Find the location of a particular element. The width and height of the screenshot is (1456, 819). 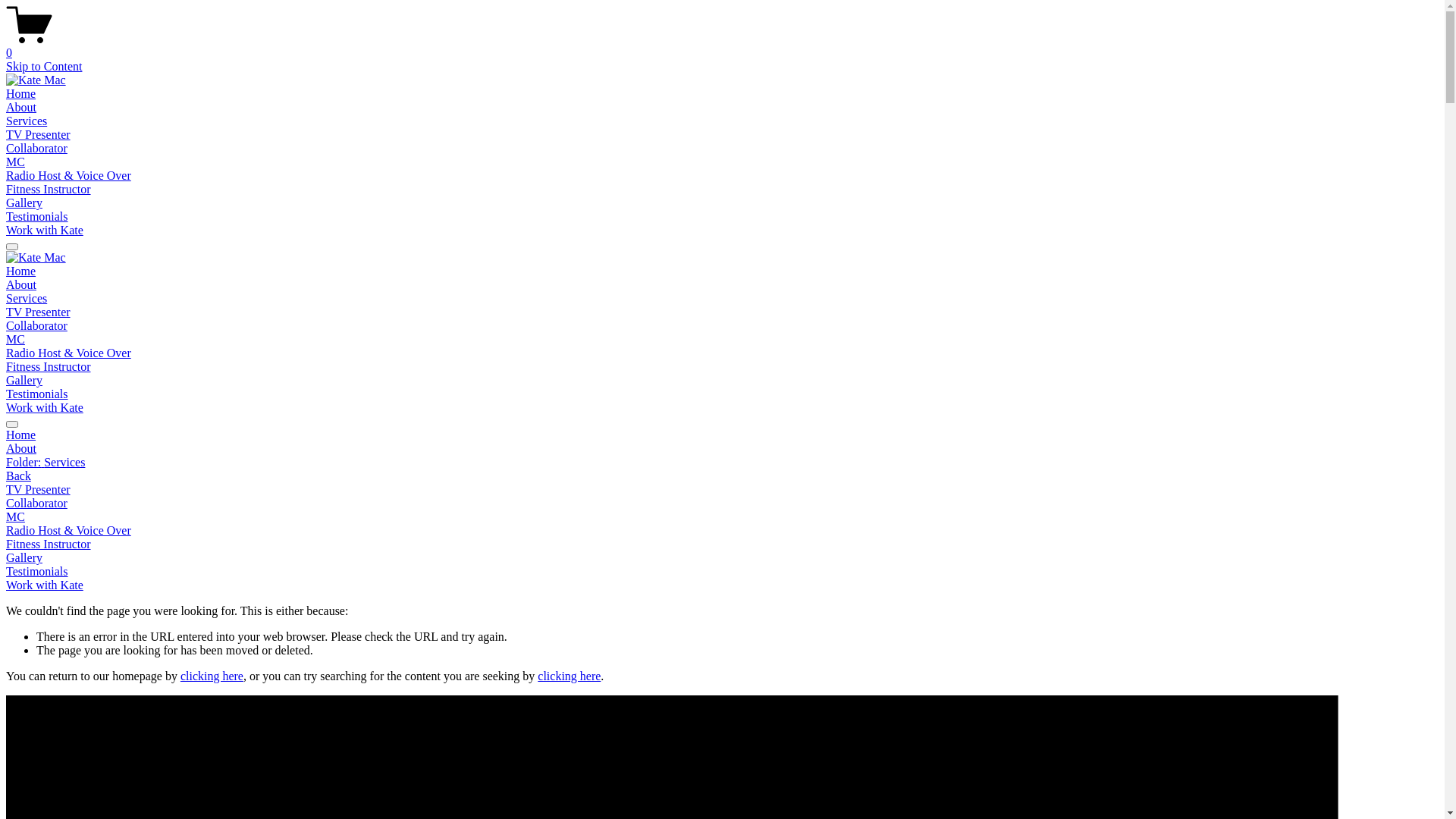

'Fitness Instructor' is located at coordinates (721, 543).